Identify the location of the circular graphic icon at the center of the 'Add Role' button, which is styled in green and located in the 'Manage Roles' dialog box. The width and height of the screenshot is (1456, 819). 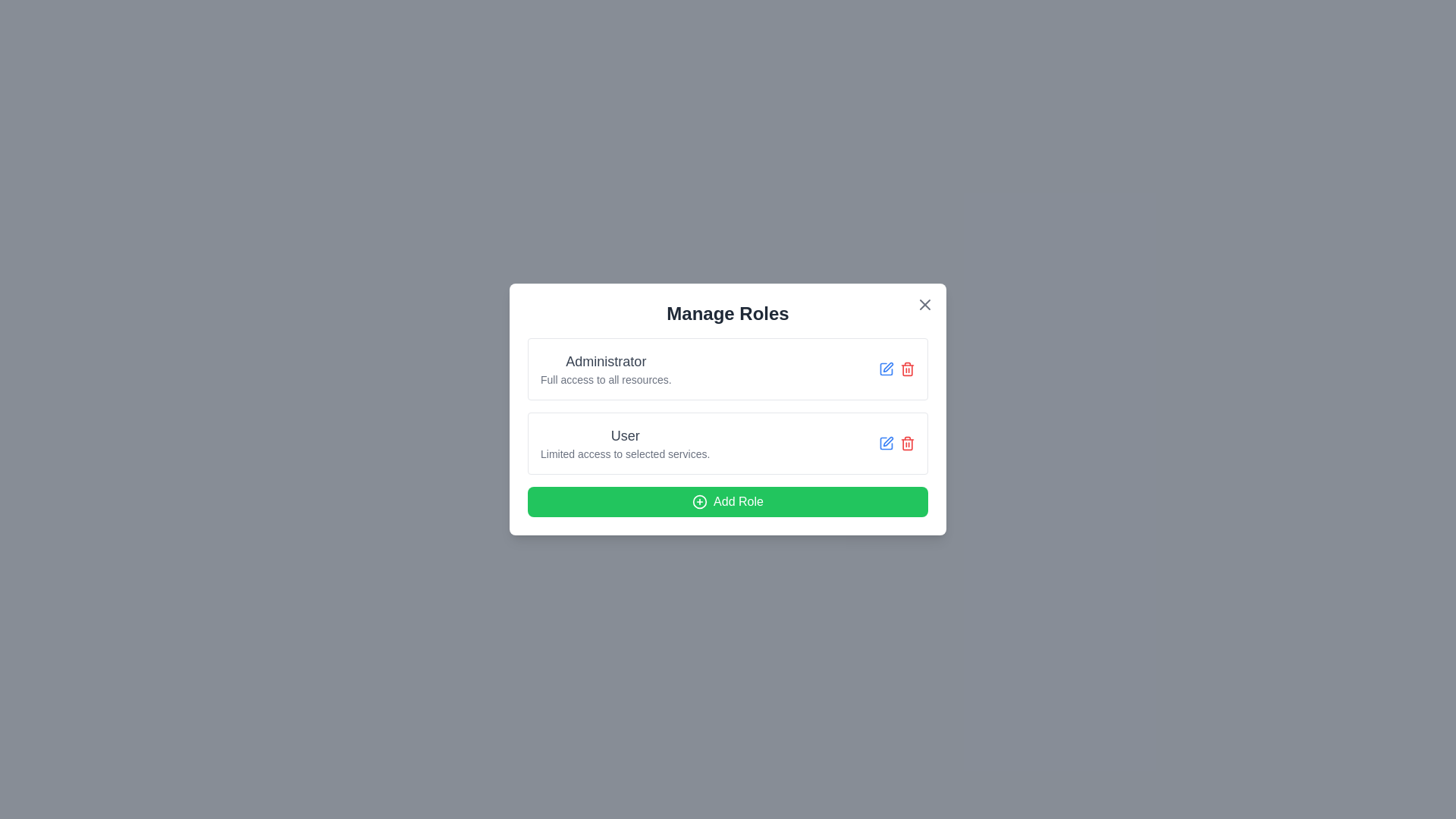
(699, 502).